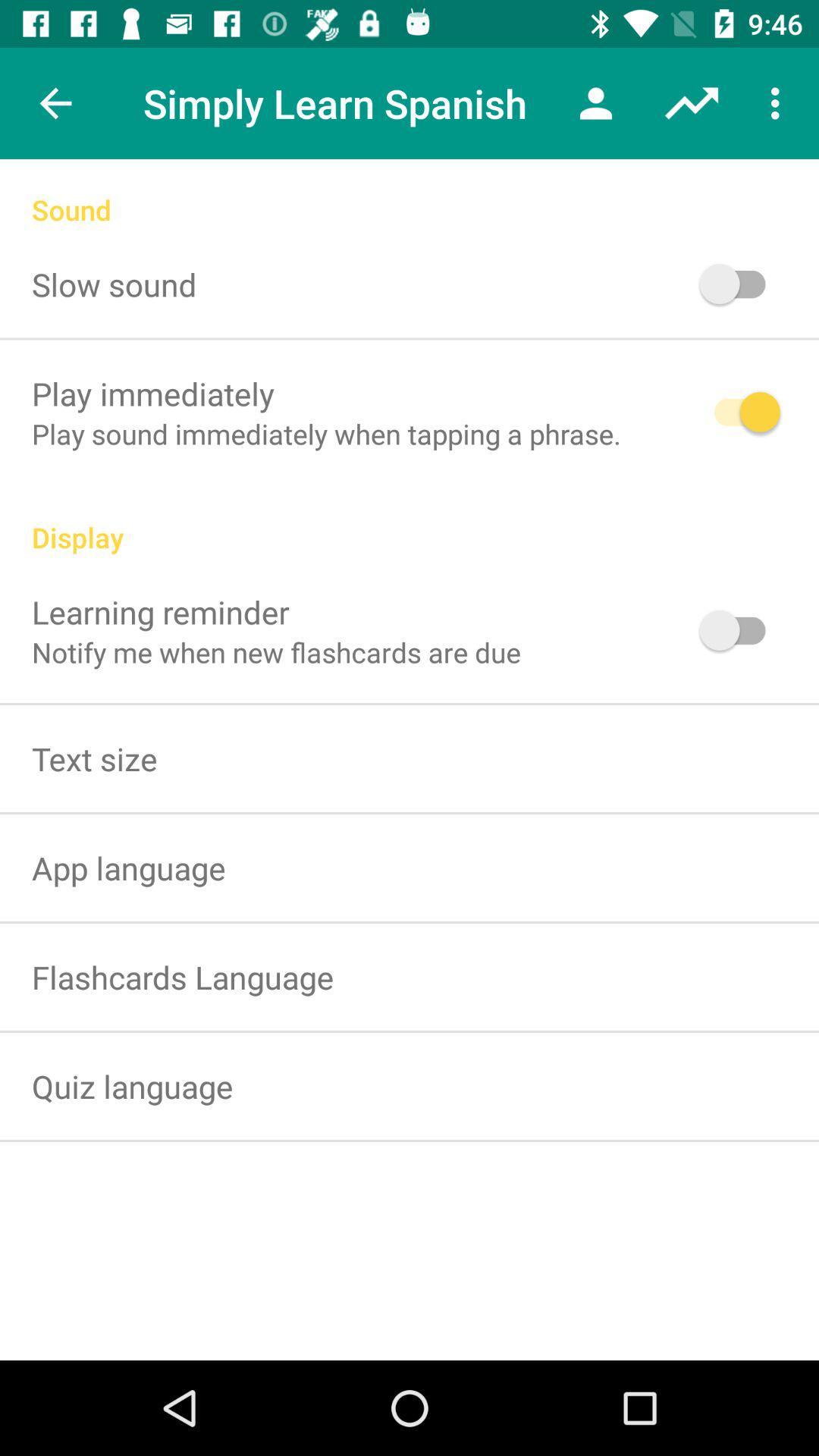 The height and width of the screenshot is (1456, 819). Describe the element at coordinates (160, 611) in the screenshot. I see `the icon below display icon` at that location.